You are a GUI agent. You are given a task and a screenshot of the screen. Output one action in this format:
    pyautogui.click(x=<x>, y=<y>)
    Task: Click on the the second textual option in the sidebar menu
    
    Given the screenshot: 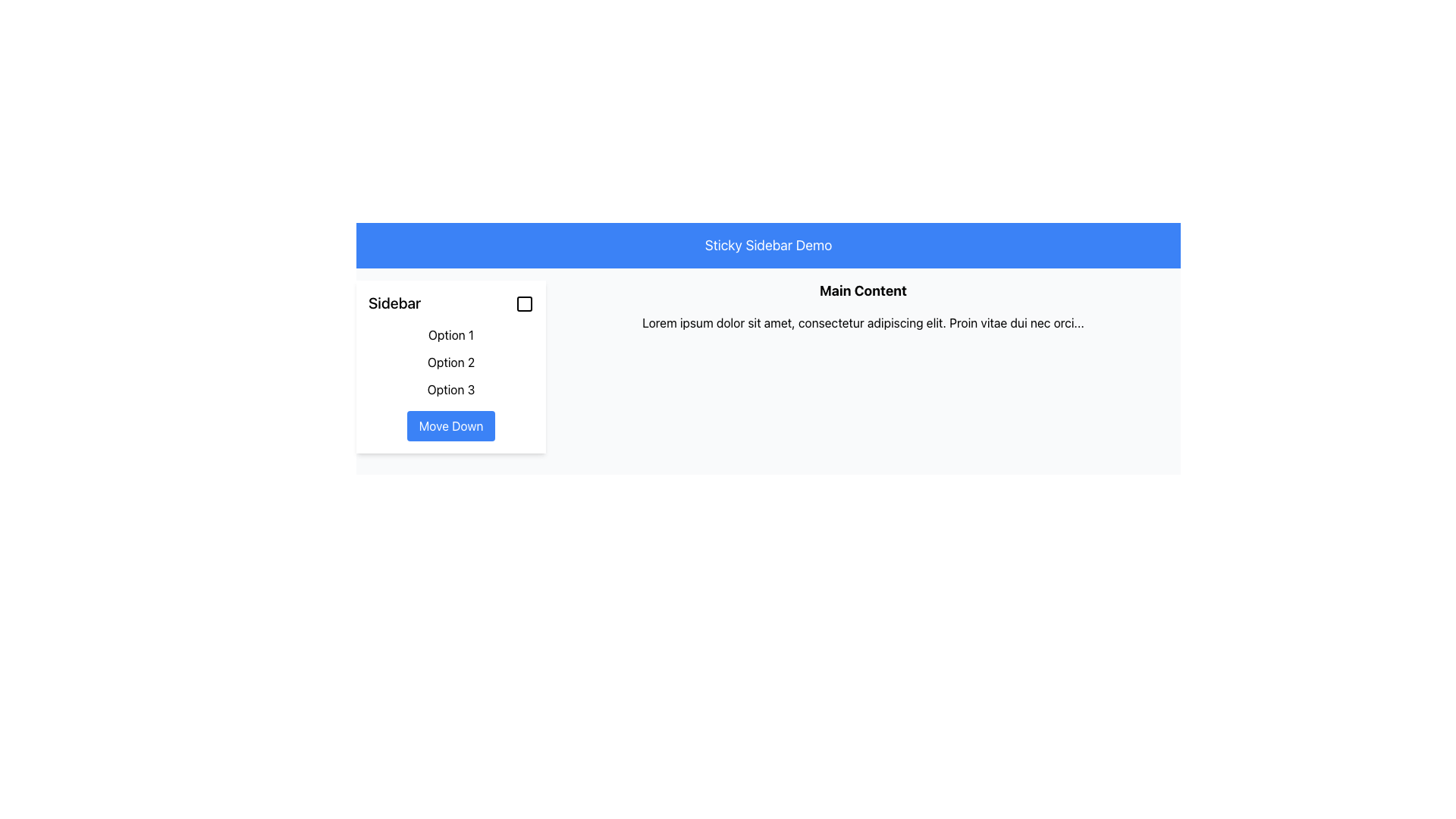 What is the action you would take?
    pyautogui.click(x=450, y=366)
    